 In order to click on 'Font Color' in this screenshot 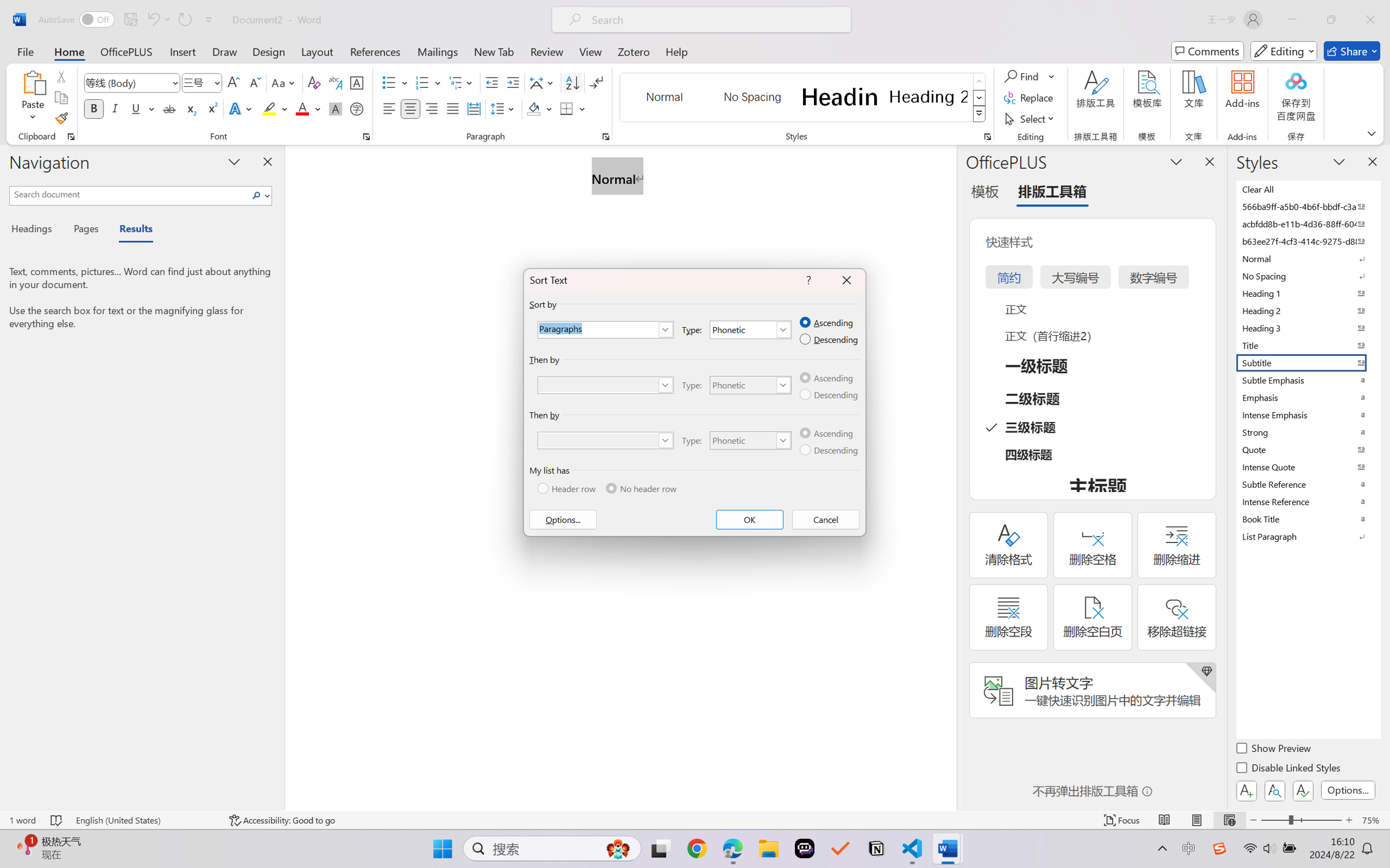, I will do `click(308, 108)`.